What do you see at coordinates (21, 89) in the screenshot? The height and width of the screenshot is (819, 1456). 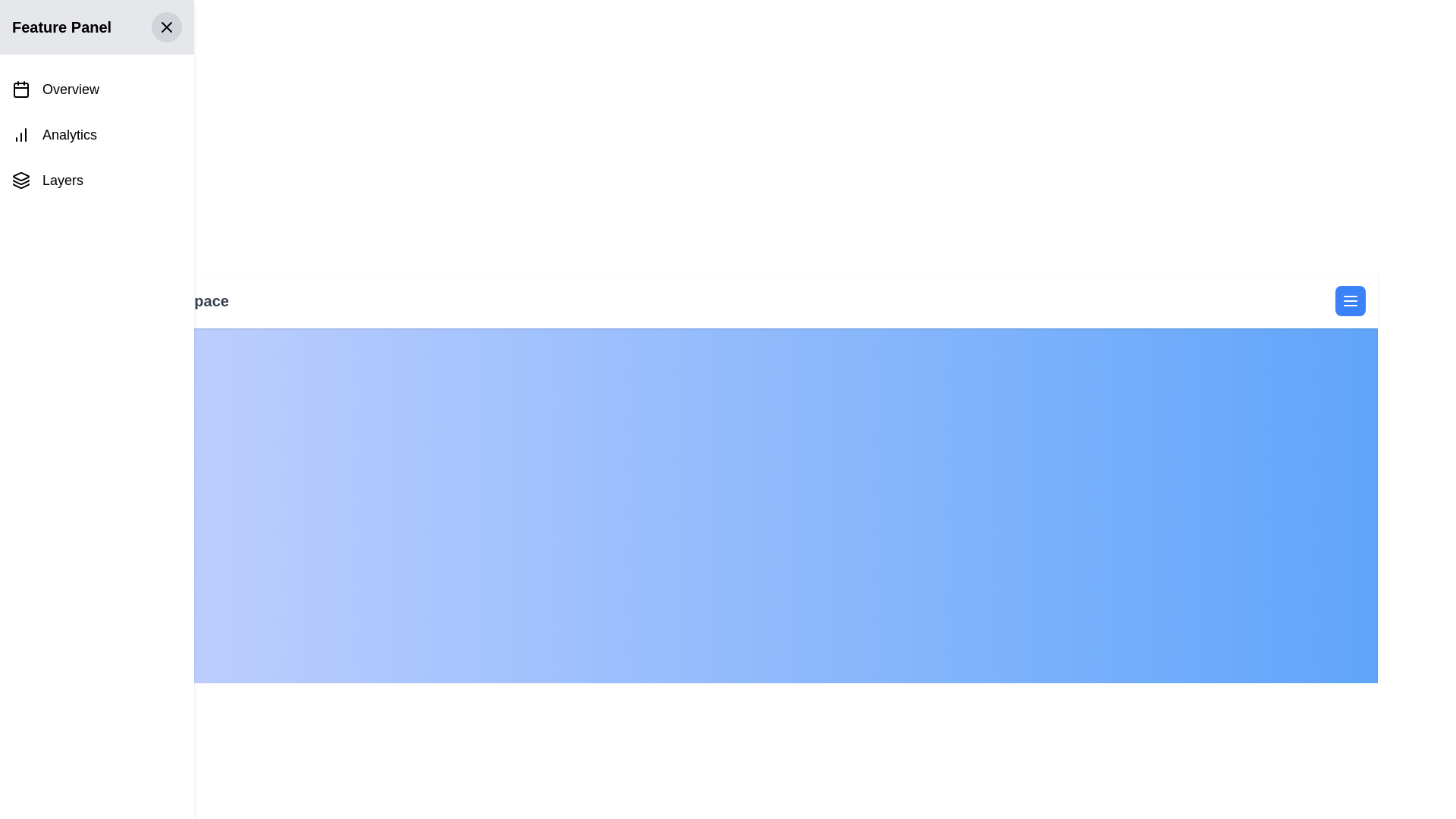 I see `the calendar icon representing the 'Overview' menu item, which is positioned to the far left of the menu item text 'Overview'` at bounding box center [21, 89].